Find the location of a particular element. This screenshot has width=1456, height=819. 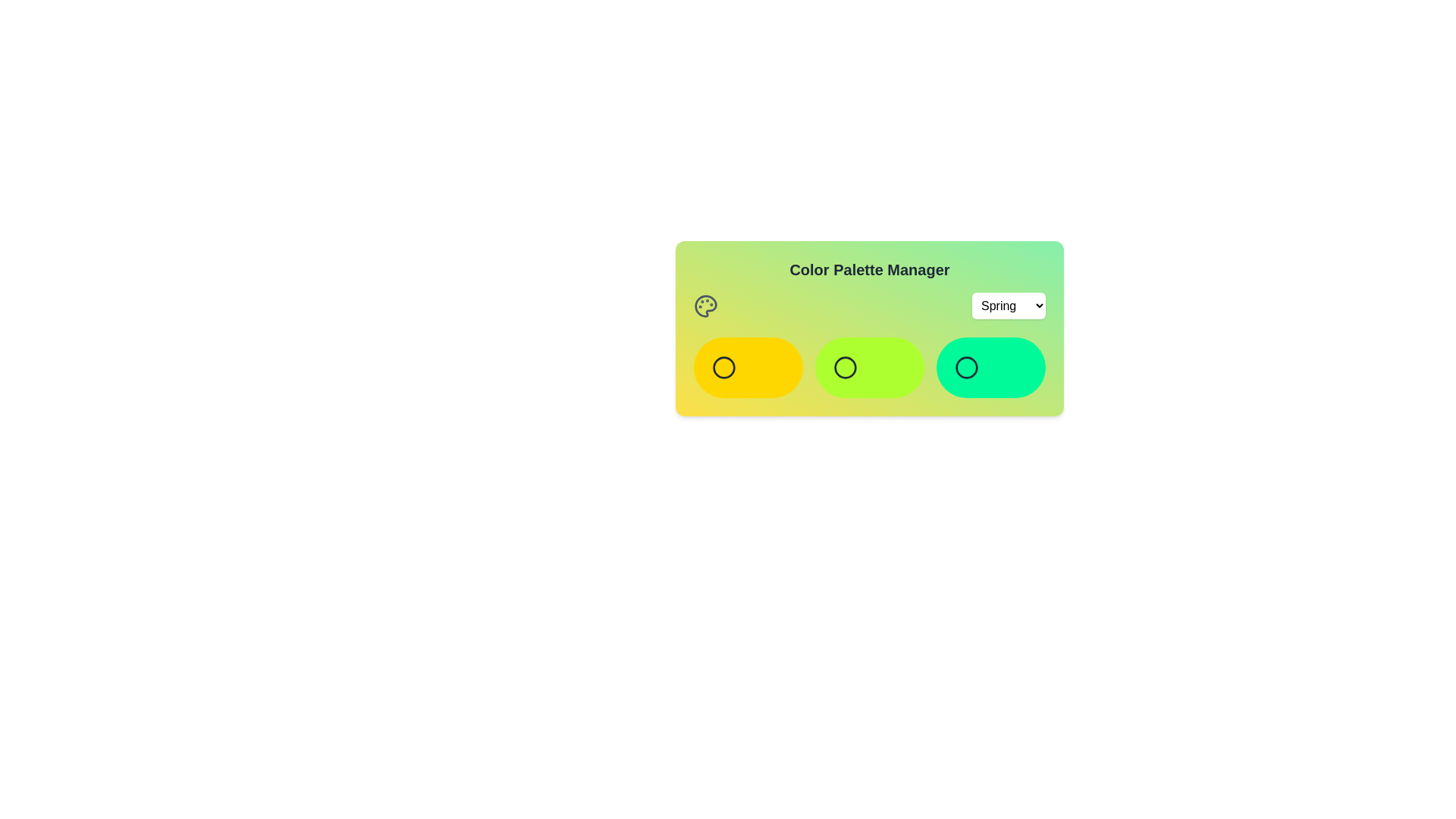

the color palette Summer from the dropdown menu is located at coordinates (1009, 306).